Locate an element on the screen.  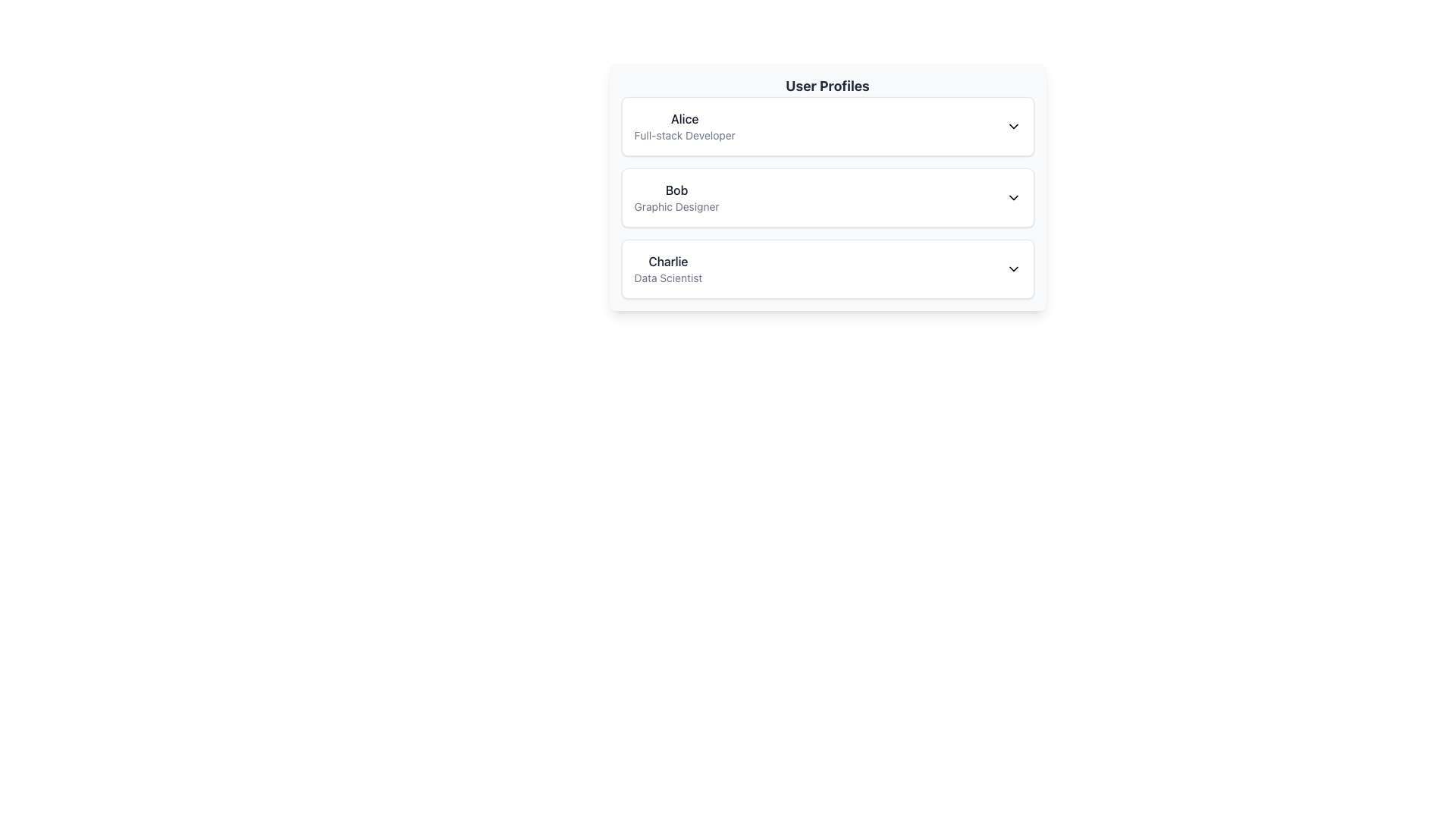
the text element 'Bob' in the user profile list, styled with a medium font weight and gray color, located under the 'User Profiles' header is located at coordinates (676, 189).